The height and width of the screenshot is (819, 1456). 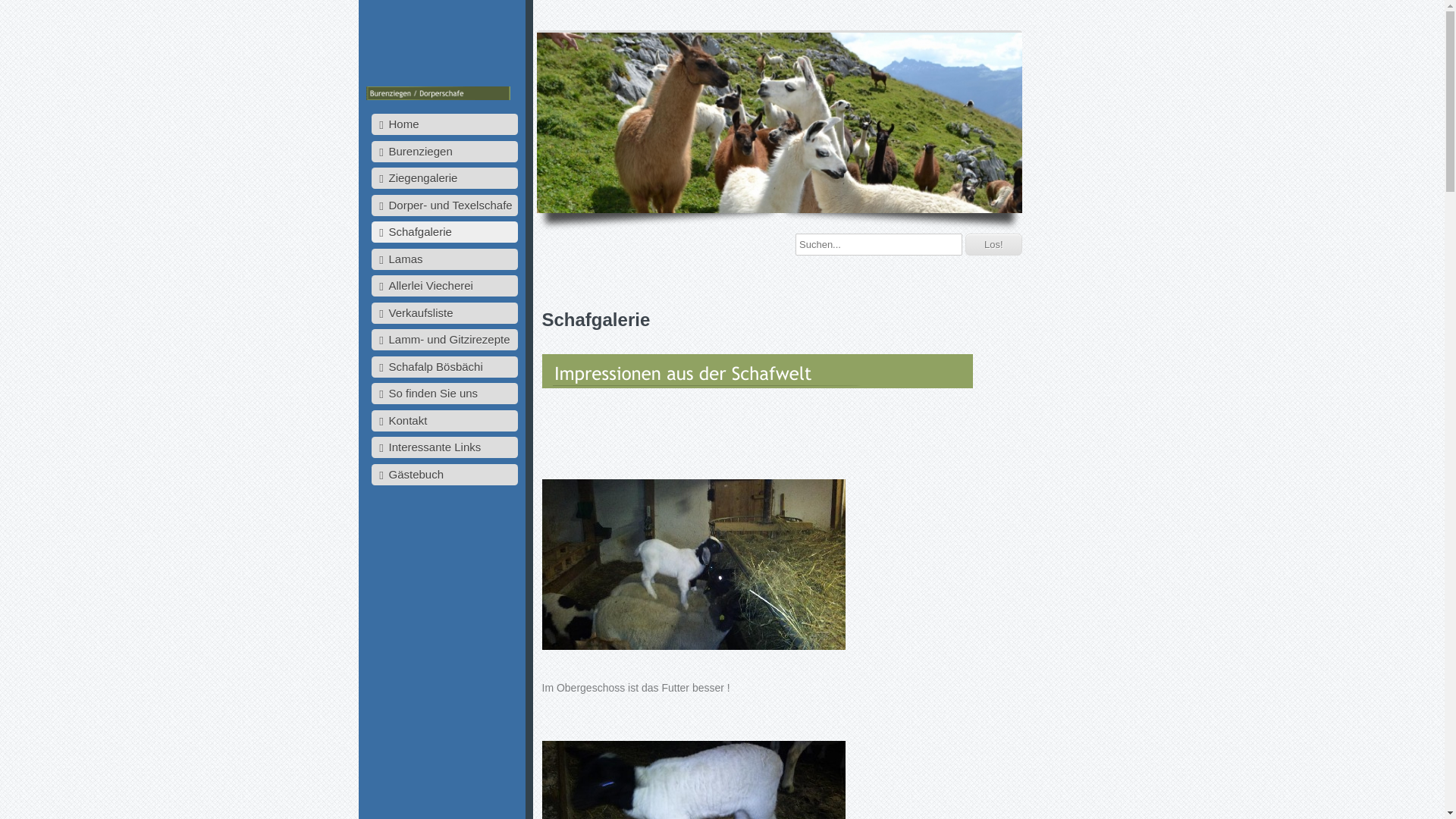 I want to click on 'Verkaufsliste', so click(x=444, y=312).